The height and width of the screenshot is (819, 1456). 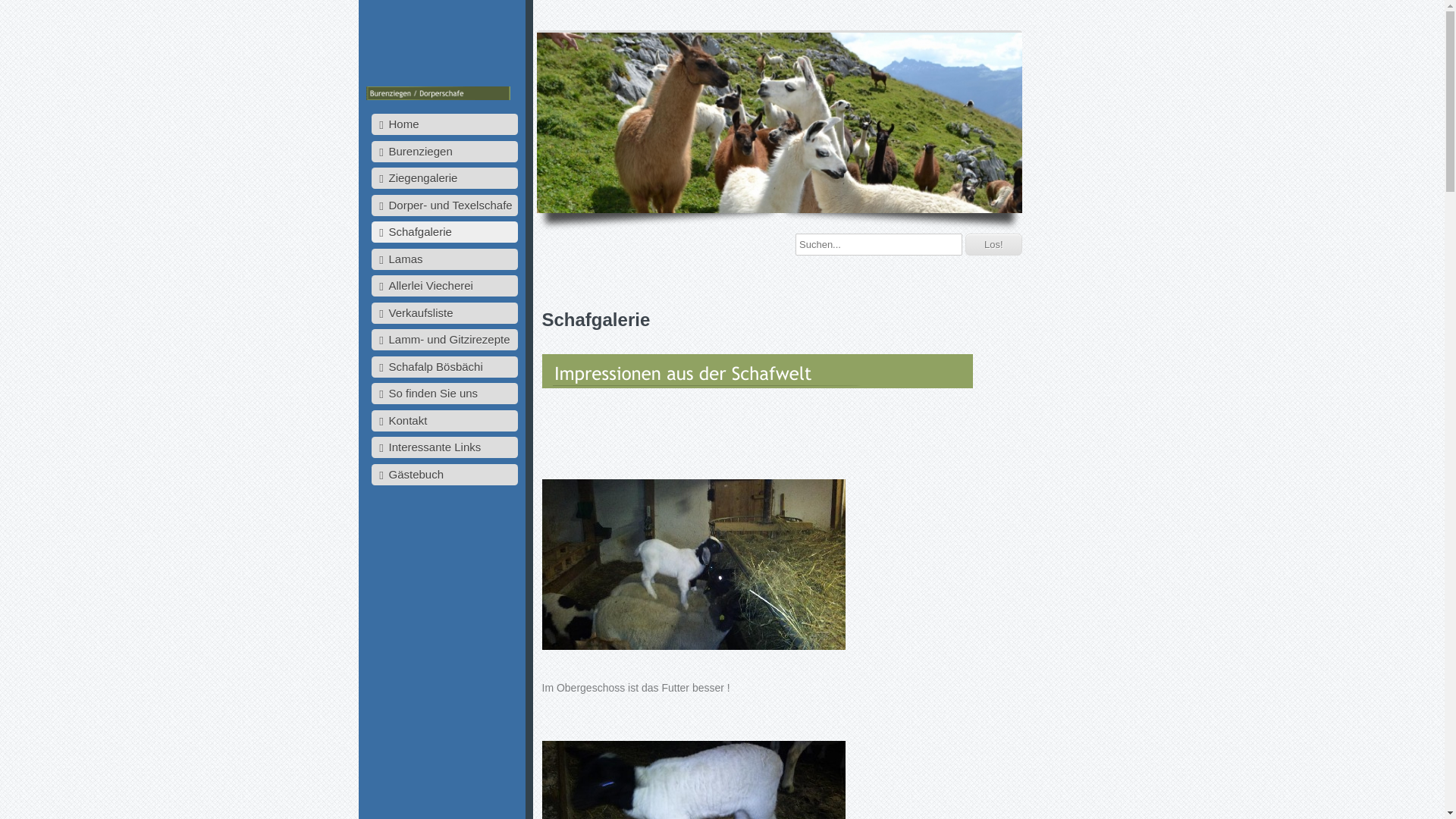 I want to click on 'Verkaufsliste', so click(x=444, y=312).